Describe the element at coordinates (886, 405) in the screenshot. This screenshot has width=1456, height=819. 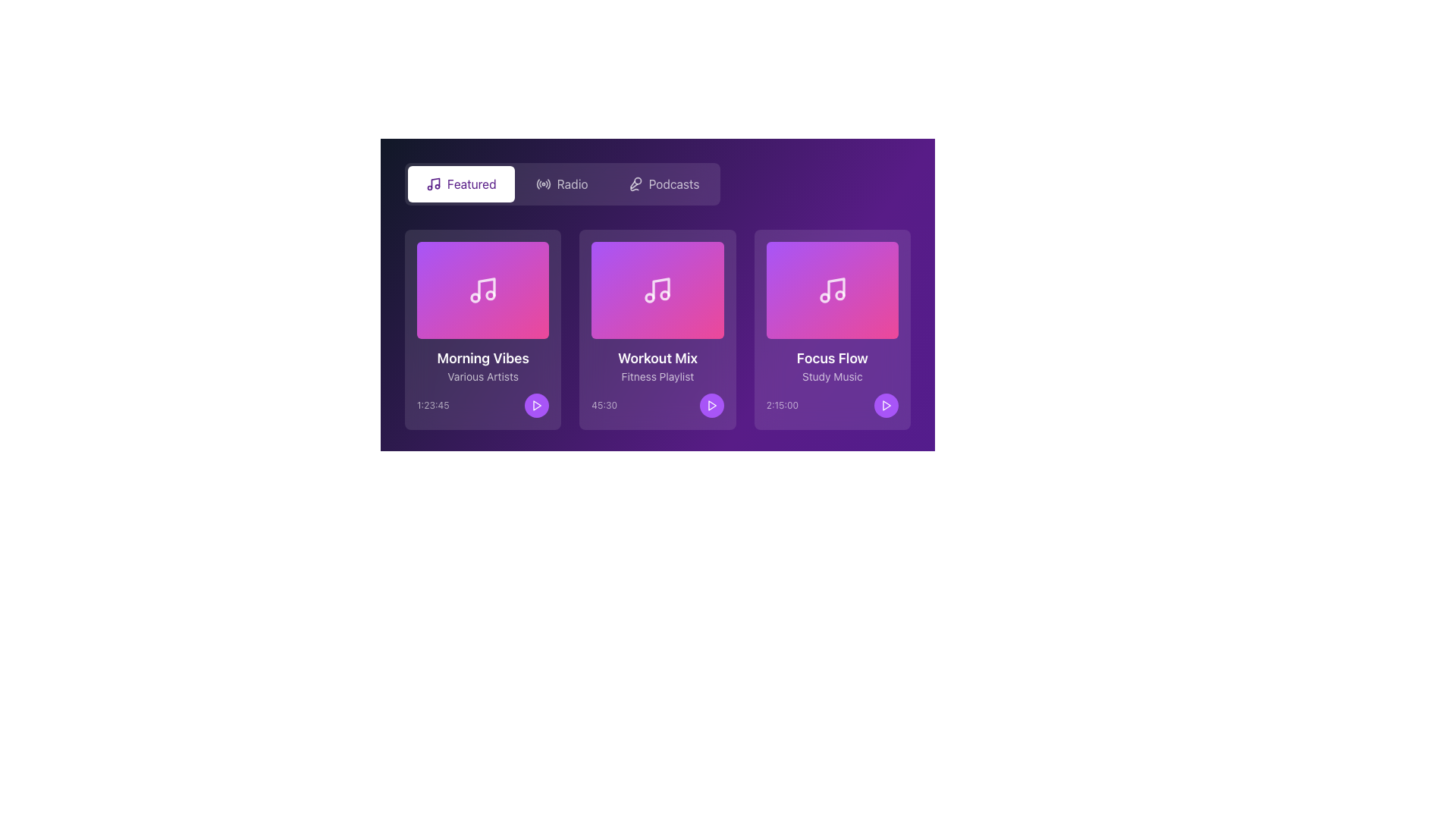
I see `the 'Play' icon located at the center of the circular button in the bottom-right corner of the 'Focus Flow' music card` at that location.